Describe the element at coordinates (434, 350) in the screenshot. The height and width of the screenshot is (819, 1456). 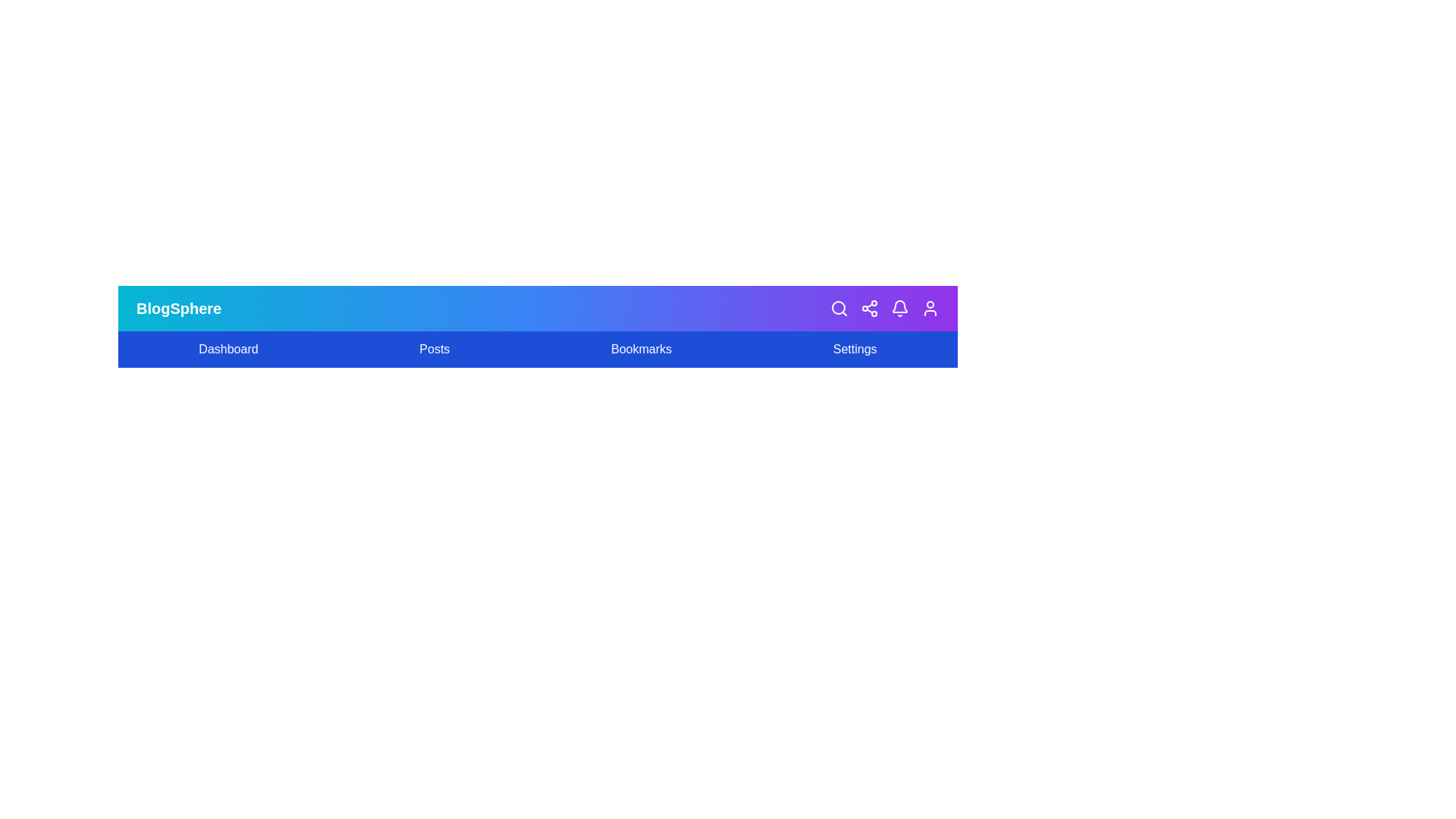
I see `the 'Posts' menu item to navigate to the posts section` at that location.